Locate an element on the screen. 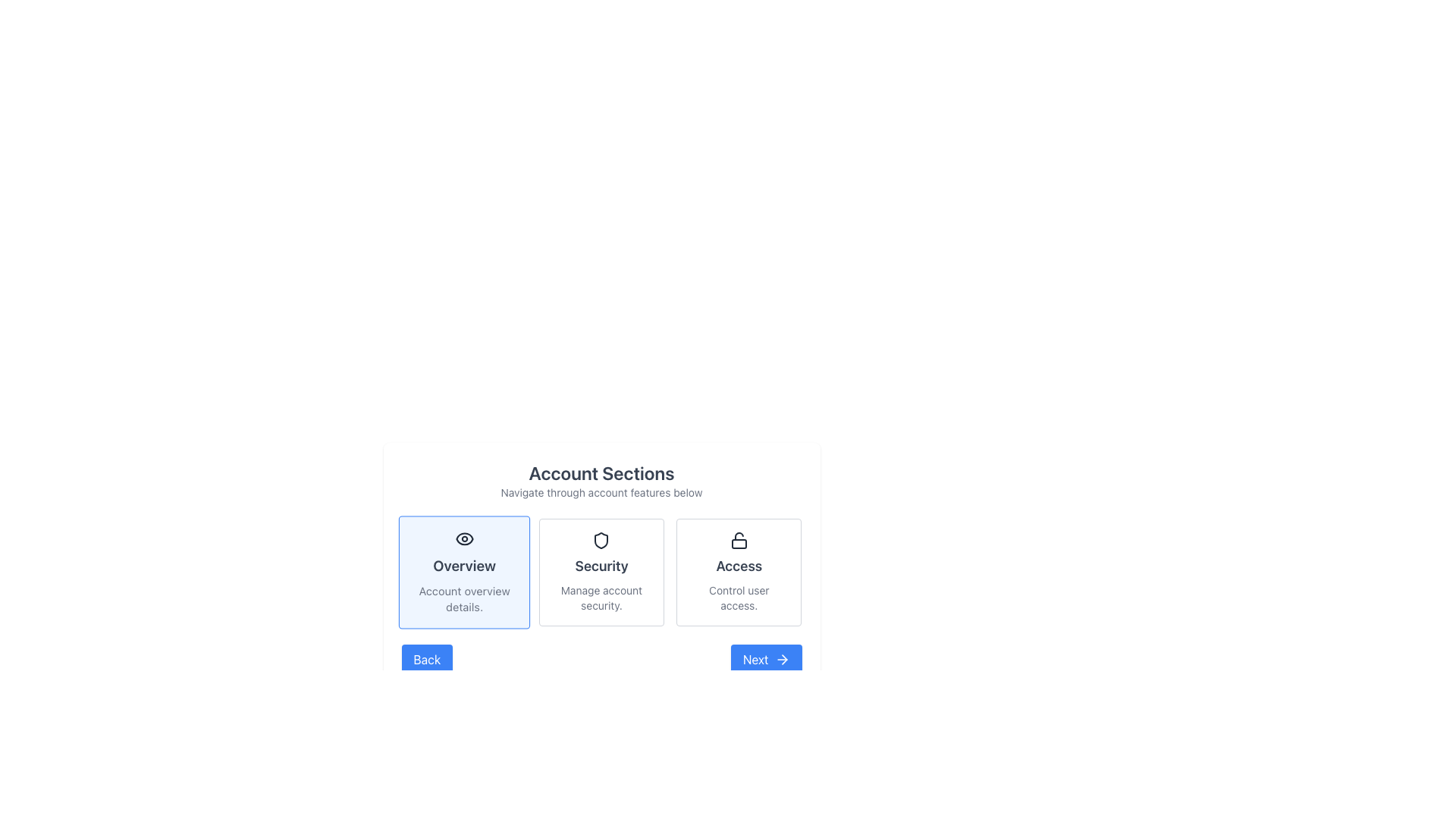  the eye-shaped icon in dark gray color located at the top center of the Overview section, which signifies visibility or viewing functionality is located at coordinates (463, 538).